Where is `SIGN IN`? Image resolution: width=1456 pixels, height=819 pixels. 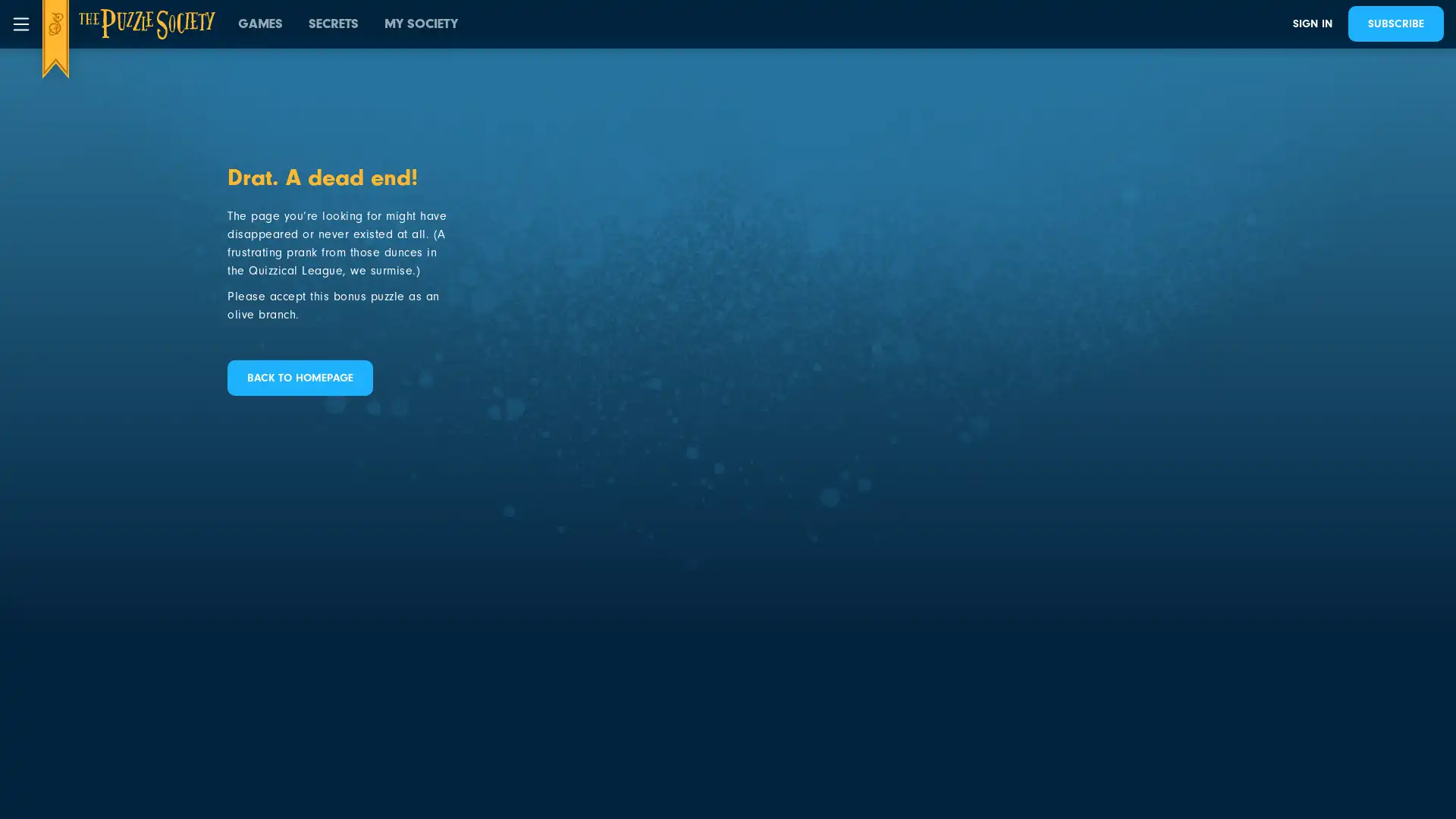
SIGN IN is located at coordinates (1312, 24).